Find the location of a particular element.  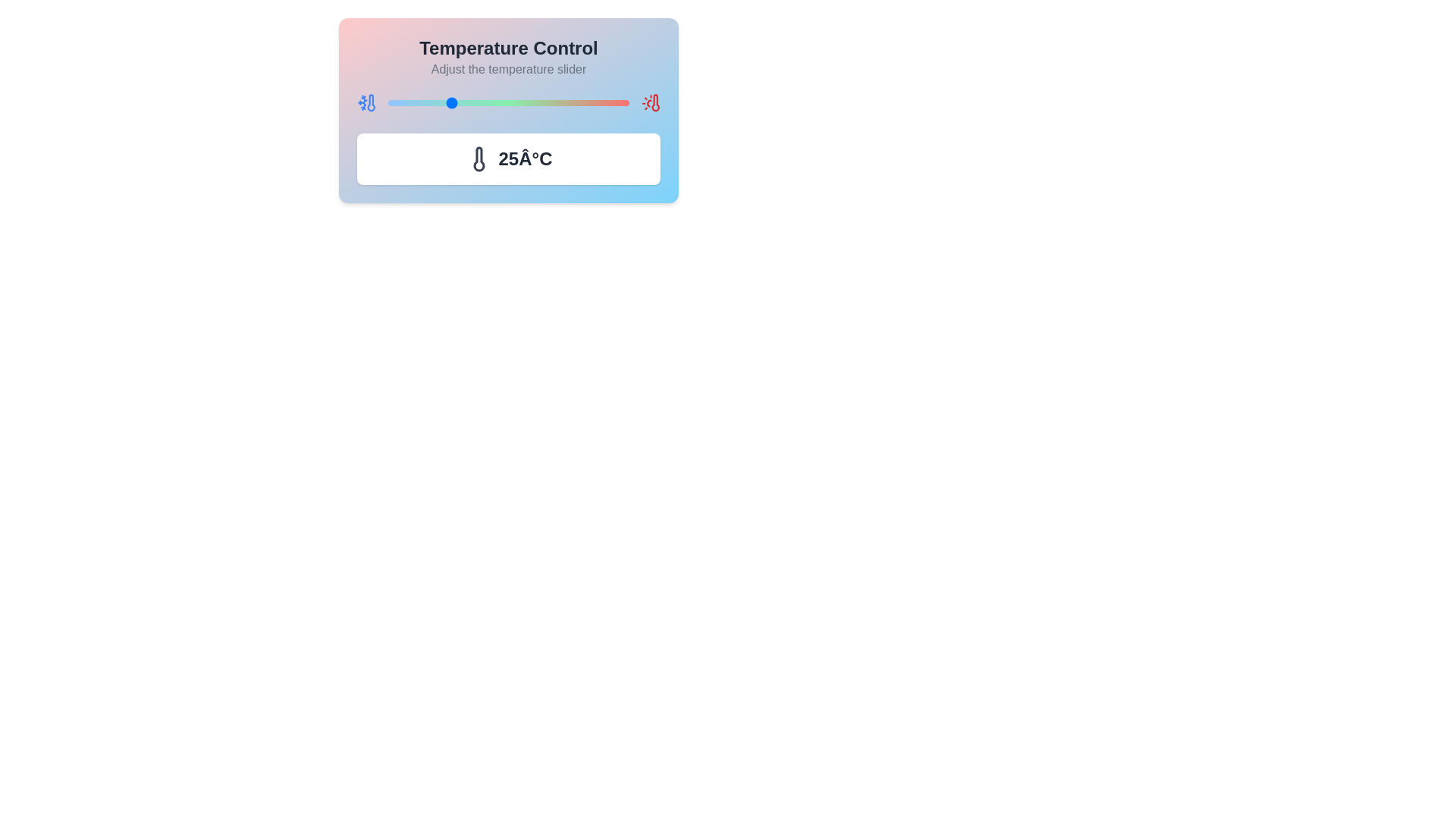

the temperature to 80°C by adjusting the slider is located at coordinates (580, 102).